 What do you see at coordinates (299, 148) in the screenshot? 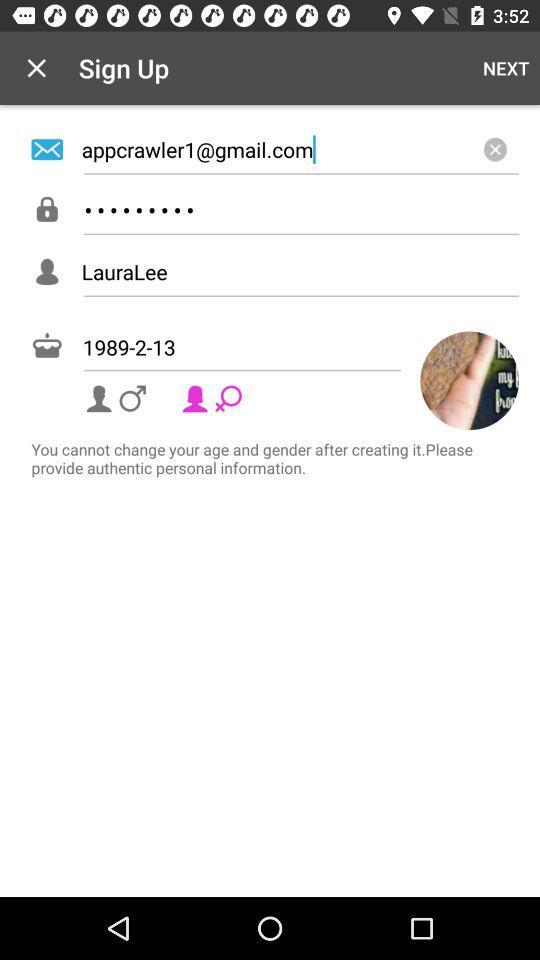
I see `icon below the next item` at bounding box center [299, 148].